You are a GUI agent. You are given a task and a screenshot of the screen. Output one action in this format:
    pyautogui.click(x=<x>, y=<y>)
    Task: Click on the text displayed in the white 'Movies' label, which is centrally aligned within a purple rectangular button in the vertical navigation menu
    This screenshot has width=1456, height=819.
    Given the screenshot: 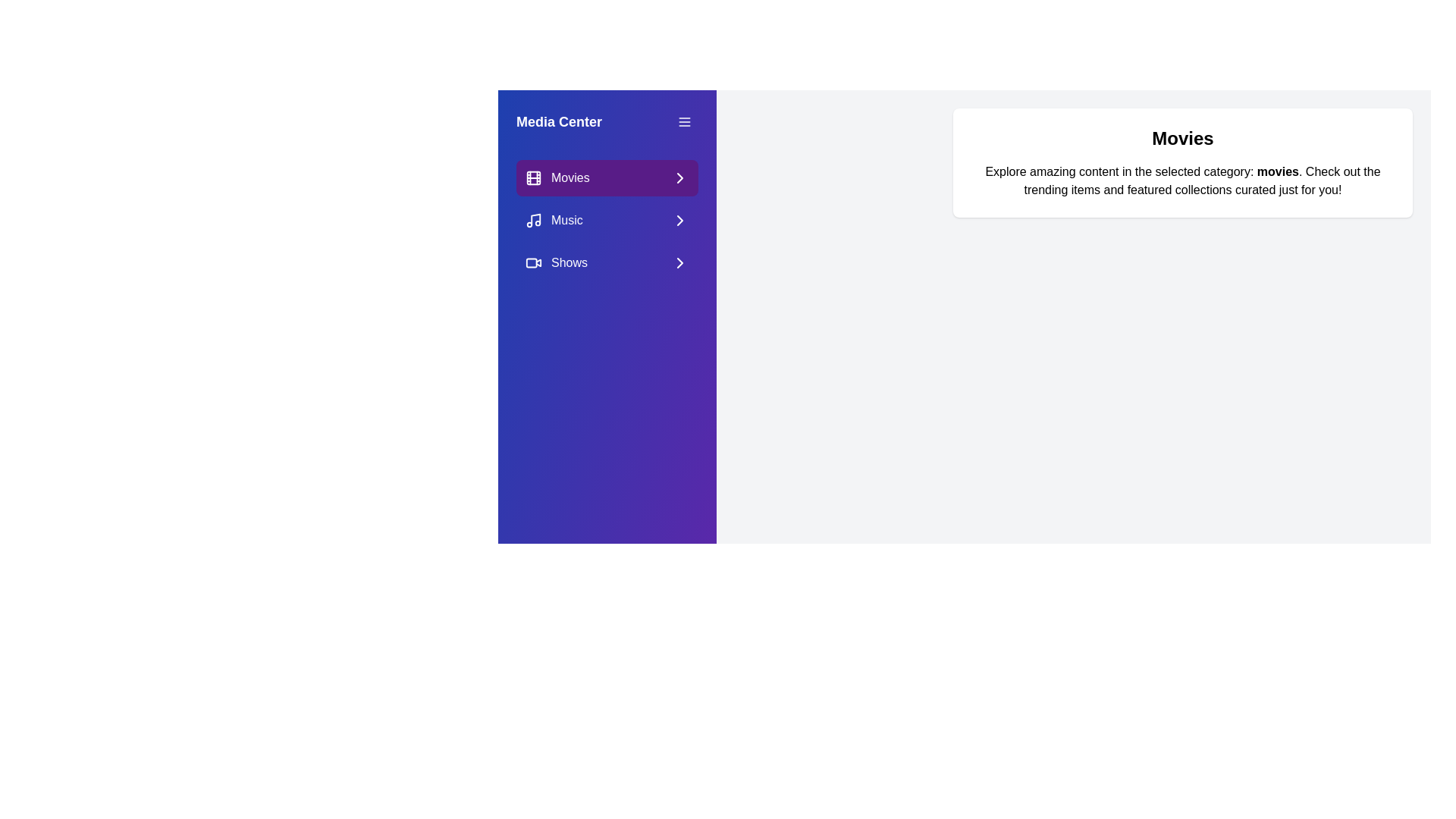 What is the action you would take?
    pyautogui.click(x=570, y=177)
    